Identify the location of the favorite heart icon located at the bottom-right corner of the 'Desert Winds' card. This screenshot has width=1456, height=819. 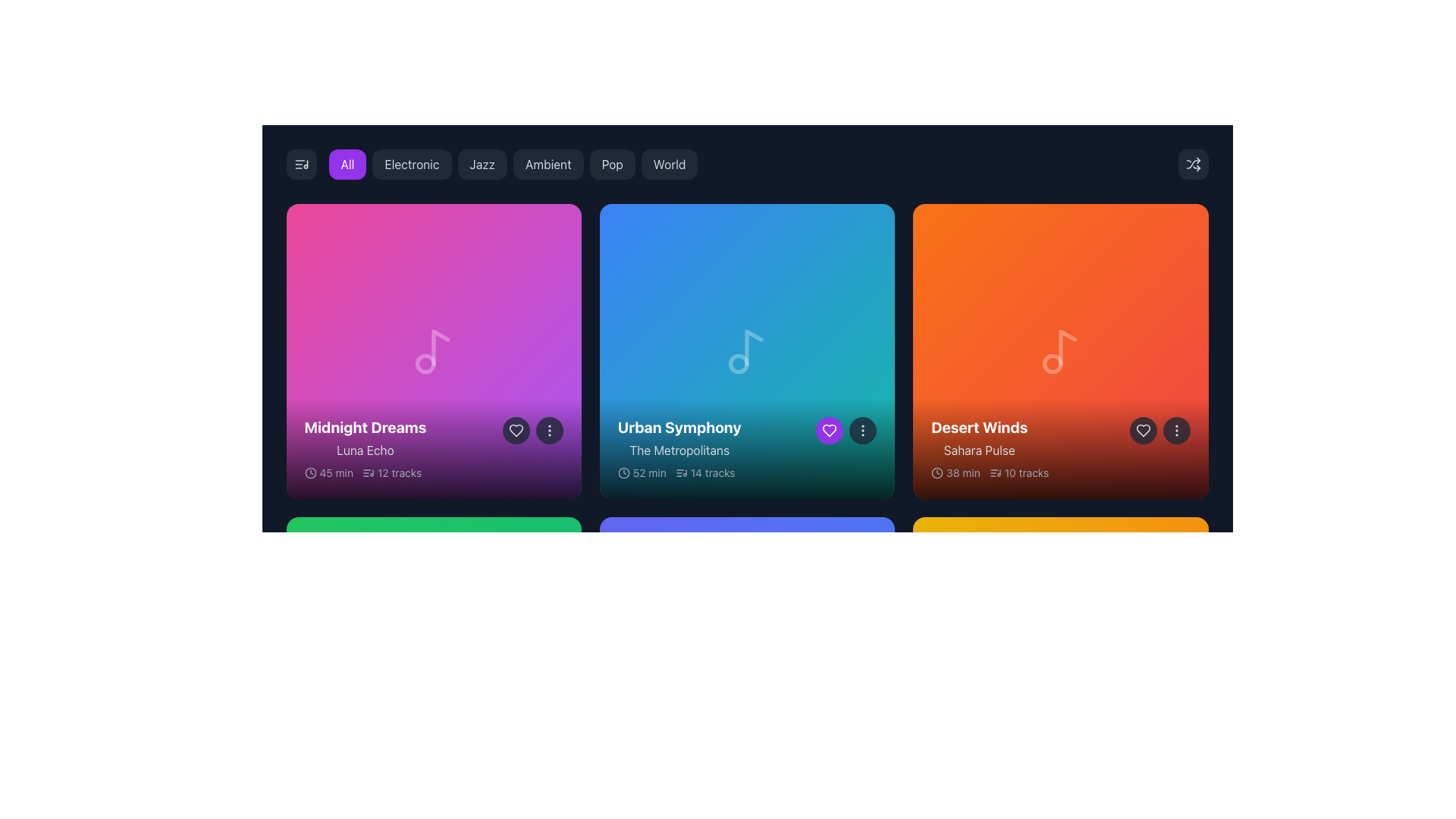
(1143, 431).